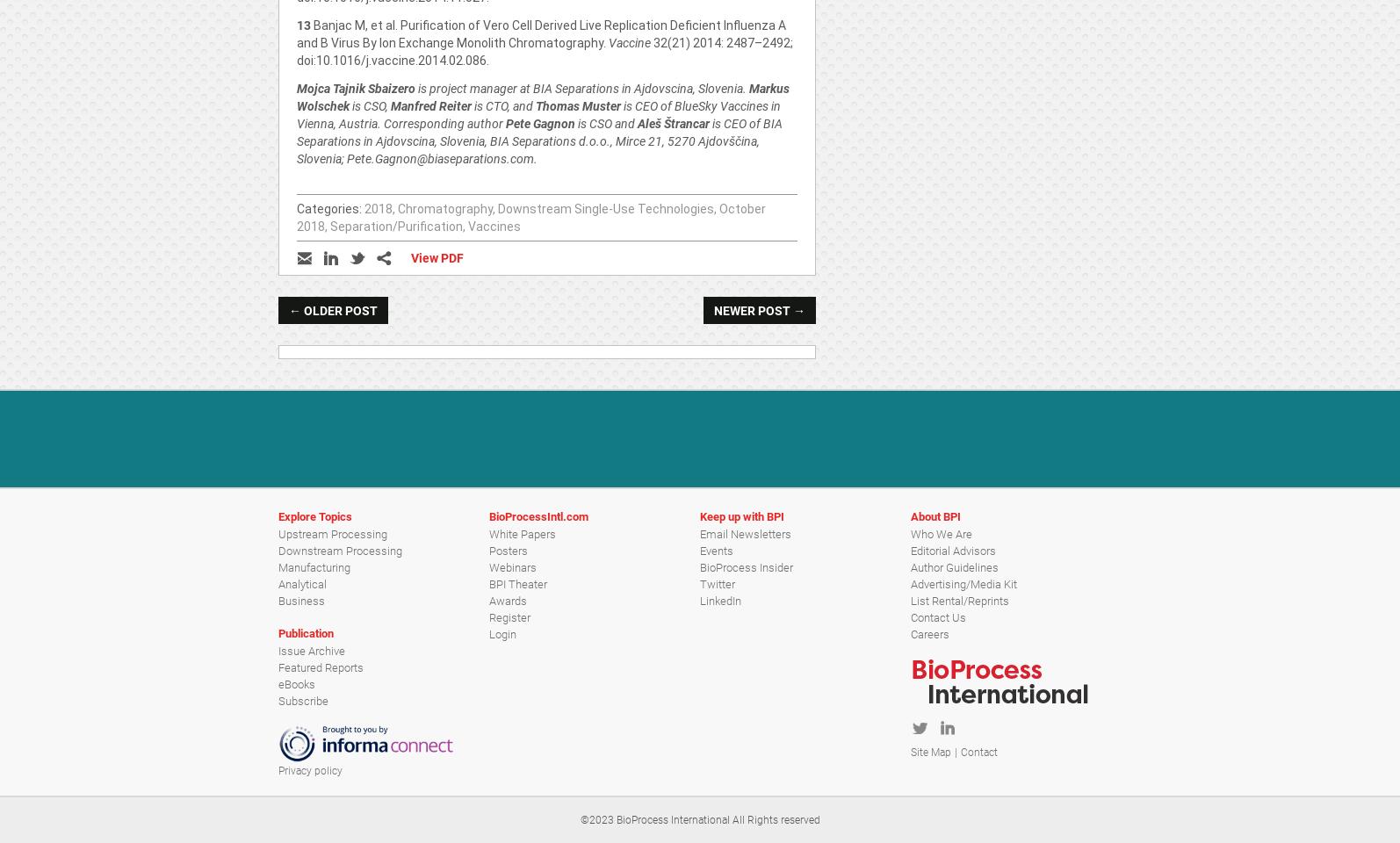 Image resolution: width=1400 pixels, height=843 pixels. What do you see at coordinates (278, 768) in the screenshot?
I see `'Privacy policy'` at bounding box center [278, 768].